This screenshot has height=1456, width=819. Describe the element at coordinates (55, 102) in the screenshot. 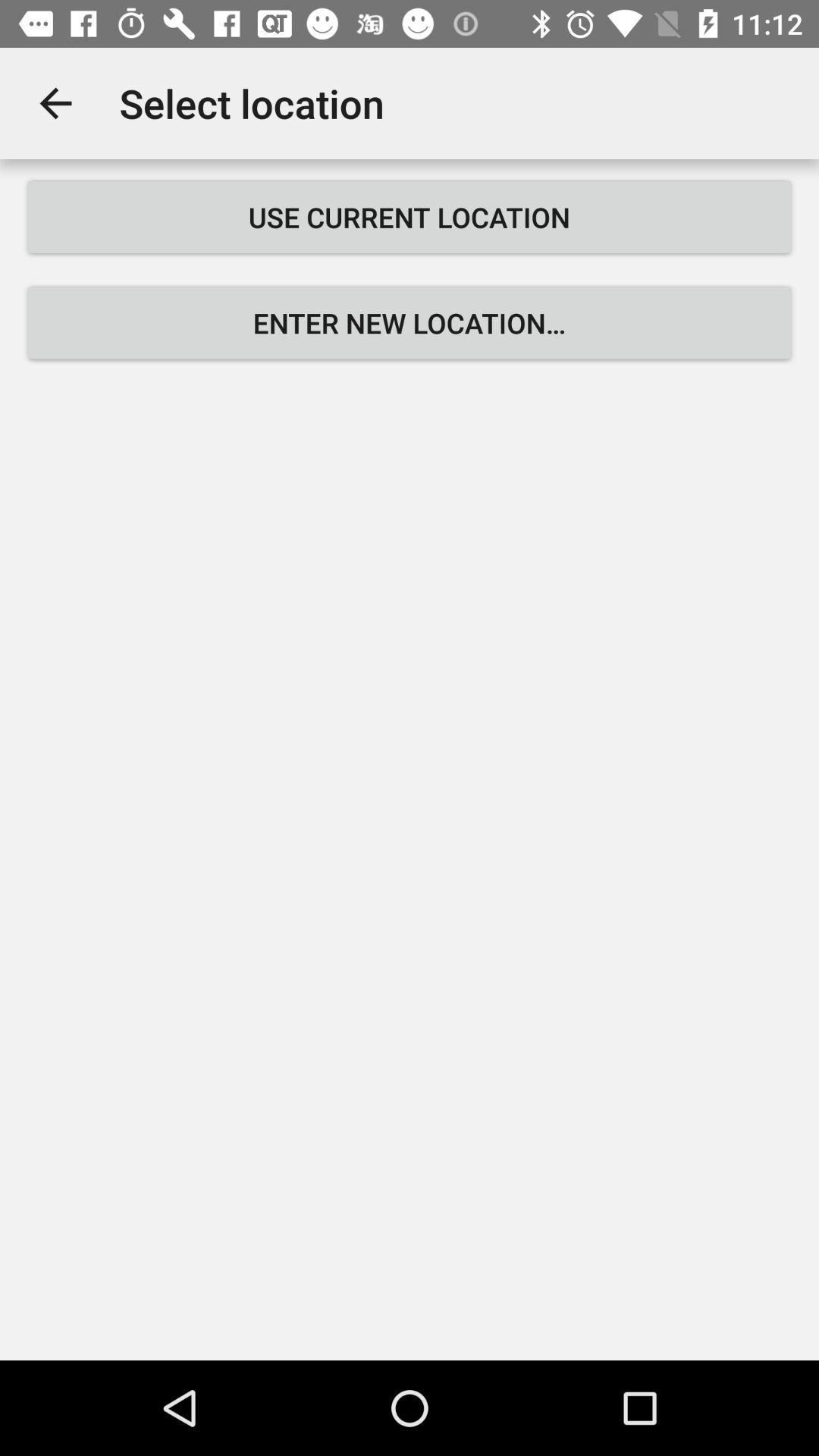

I see `app next to the select location item` at that location.